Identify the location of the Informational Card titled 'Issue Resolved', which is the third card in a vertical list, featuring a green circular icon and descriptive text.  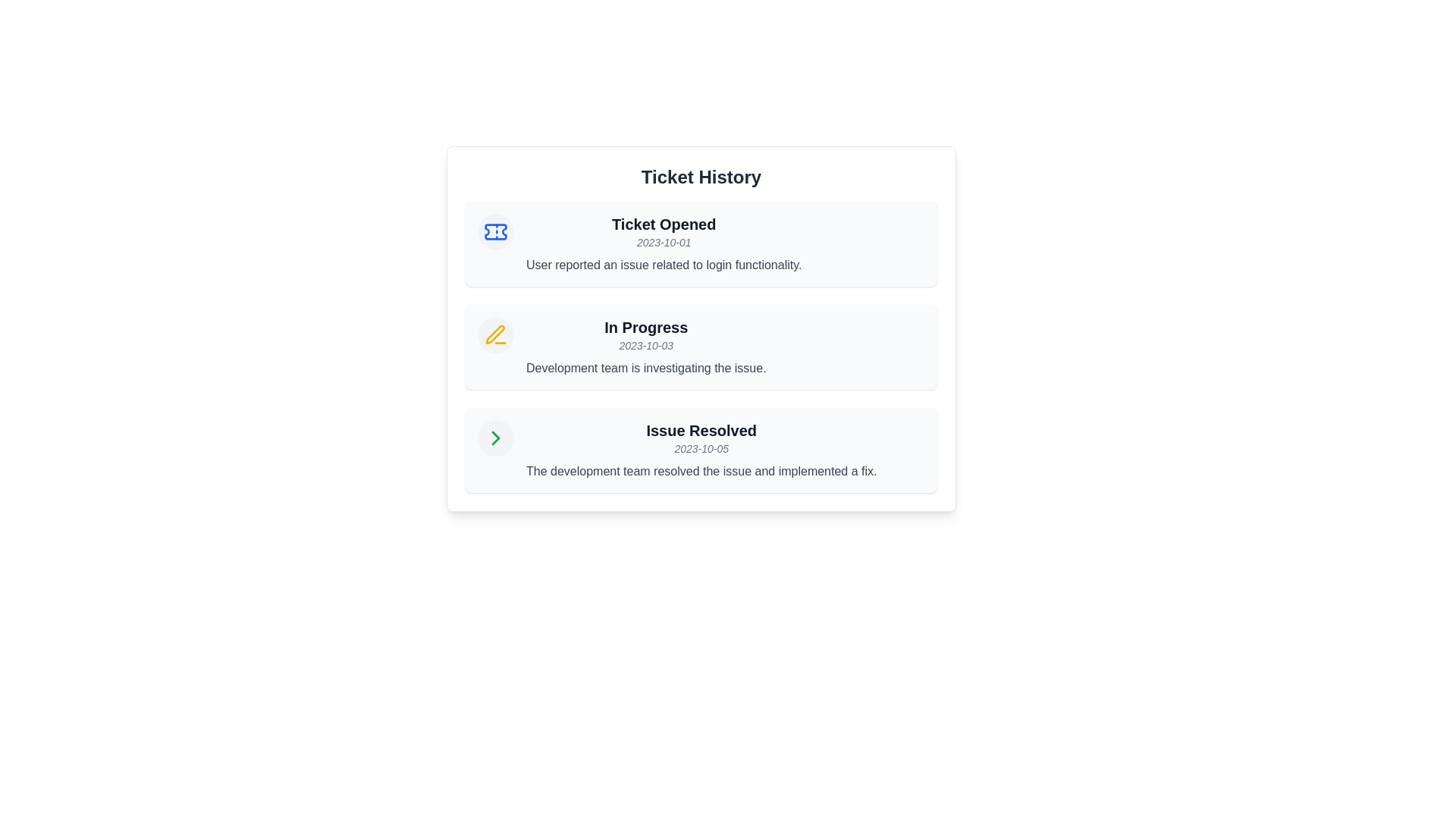
(701, 450).